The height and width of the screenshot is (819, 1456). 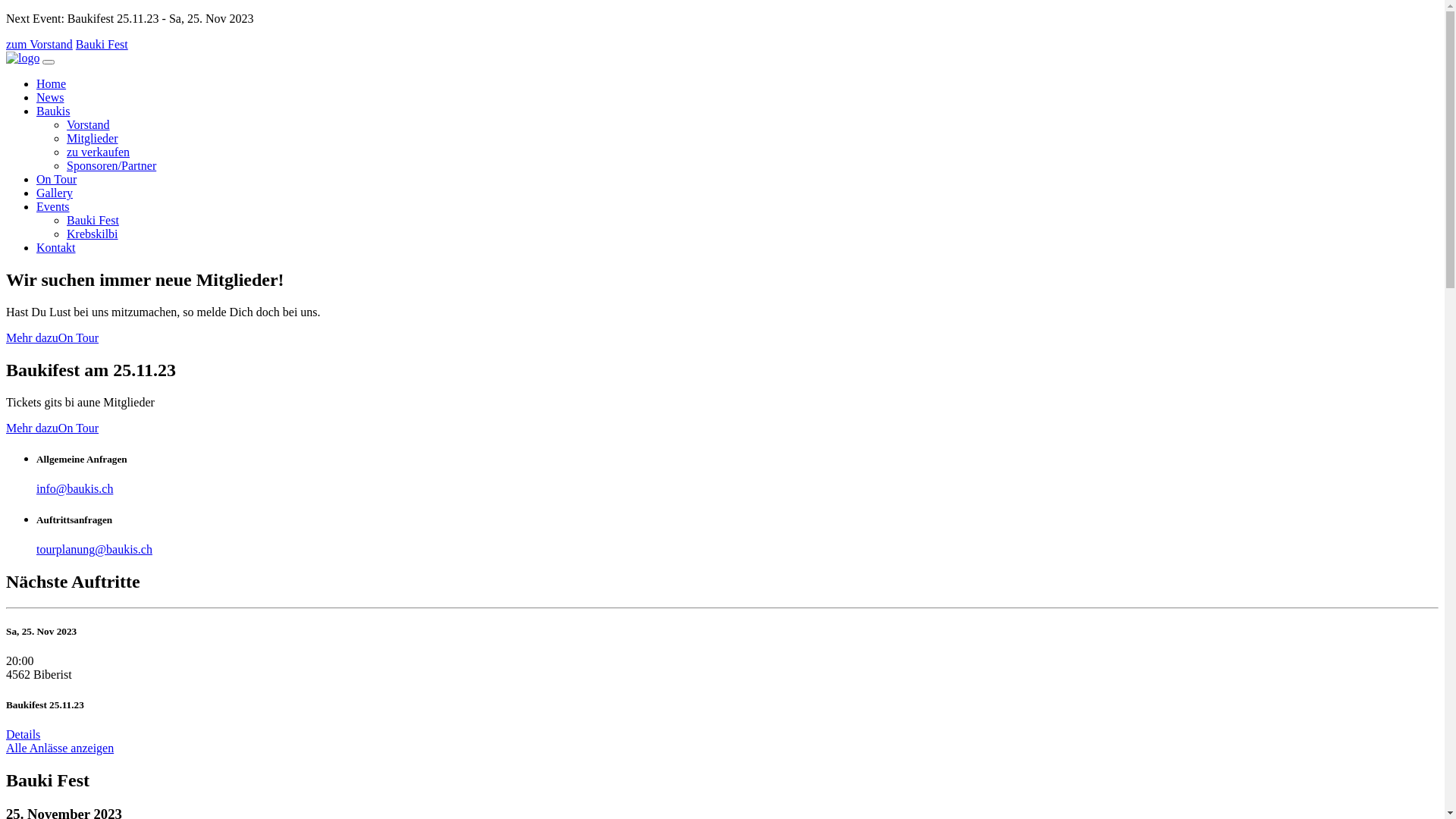 I want to click on 'Kontakt', so click(x=55, y=246).